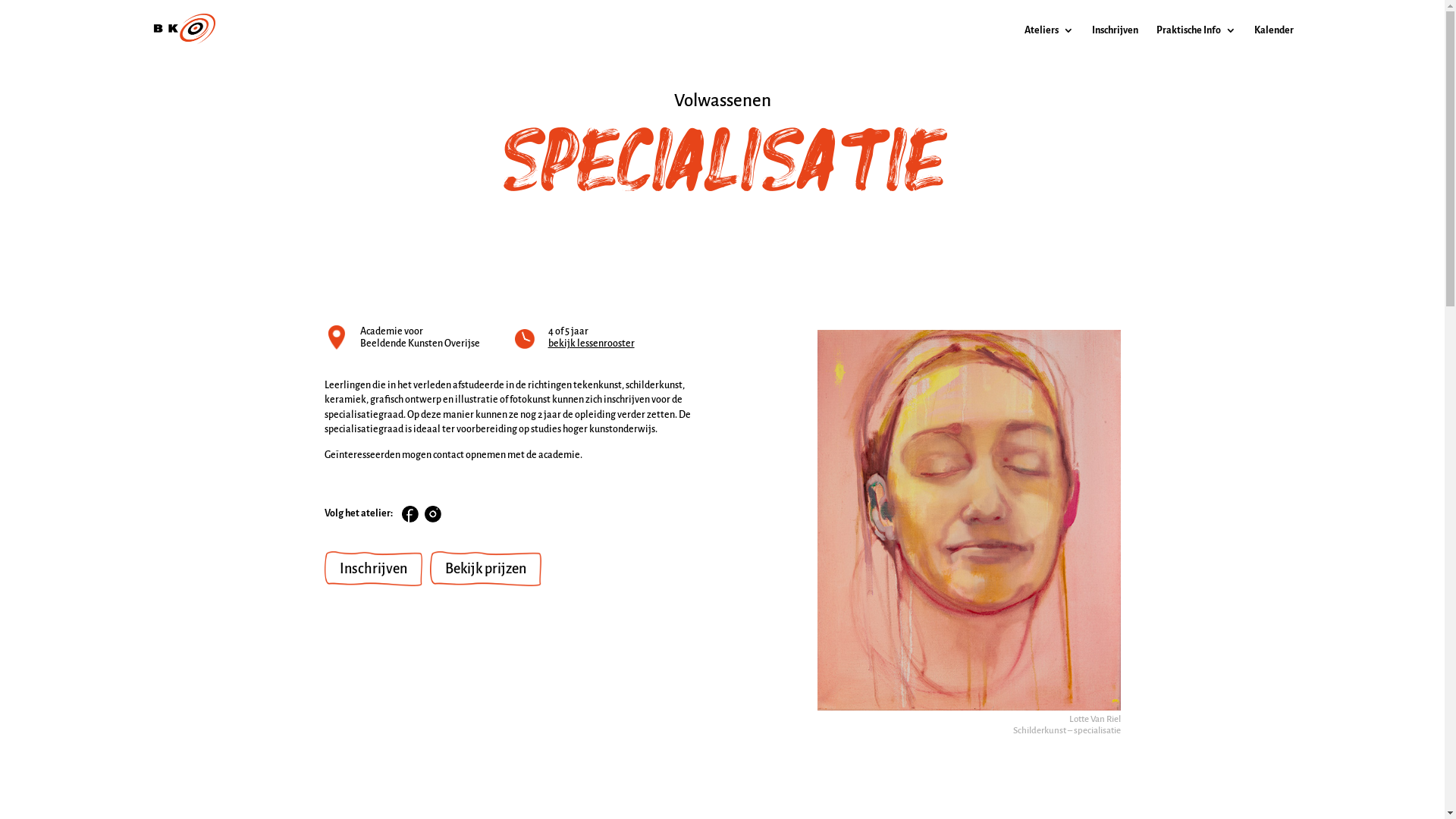  What do you see at coordinates (1274, 42) in the screenshot?
I see `'Kalender'` at bounding box center [1274, 42].